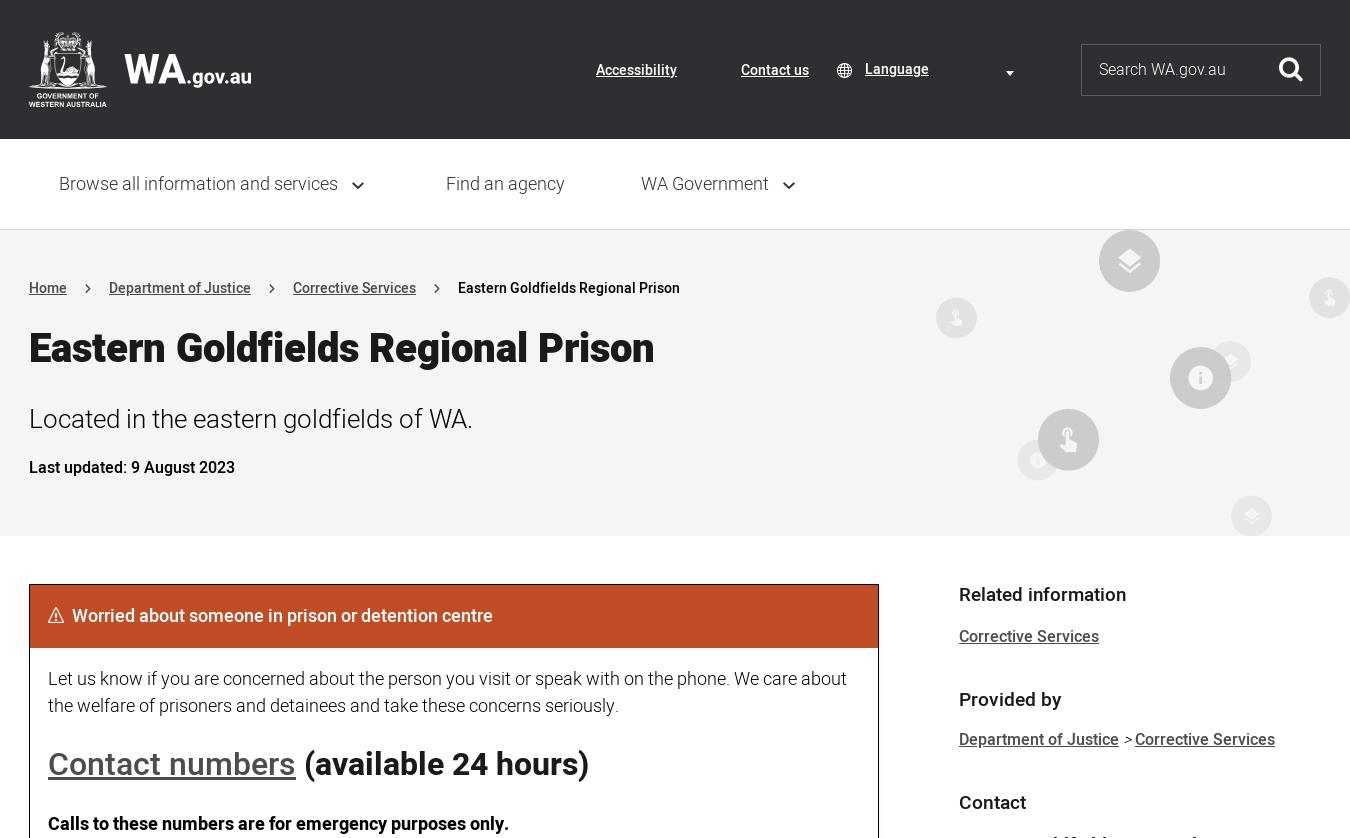 The height and width of the screenshot is (838, 1350). Describe the element at coordinates (636, 69) in the screenshot. I see `'Accessibility'` at that location.